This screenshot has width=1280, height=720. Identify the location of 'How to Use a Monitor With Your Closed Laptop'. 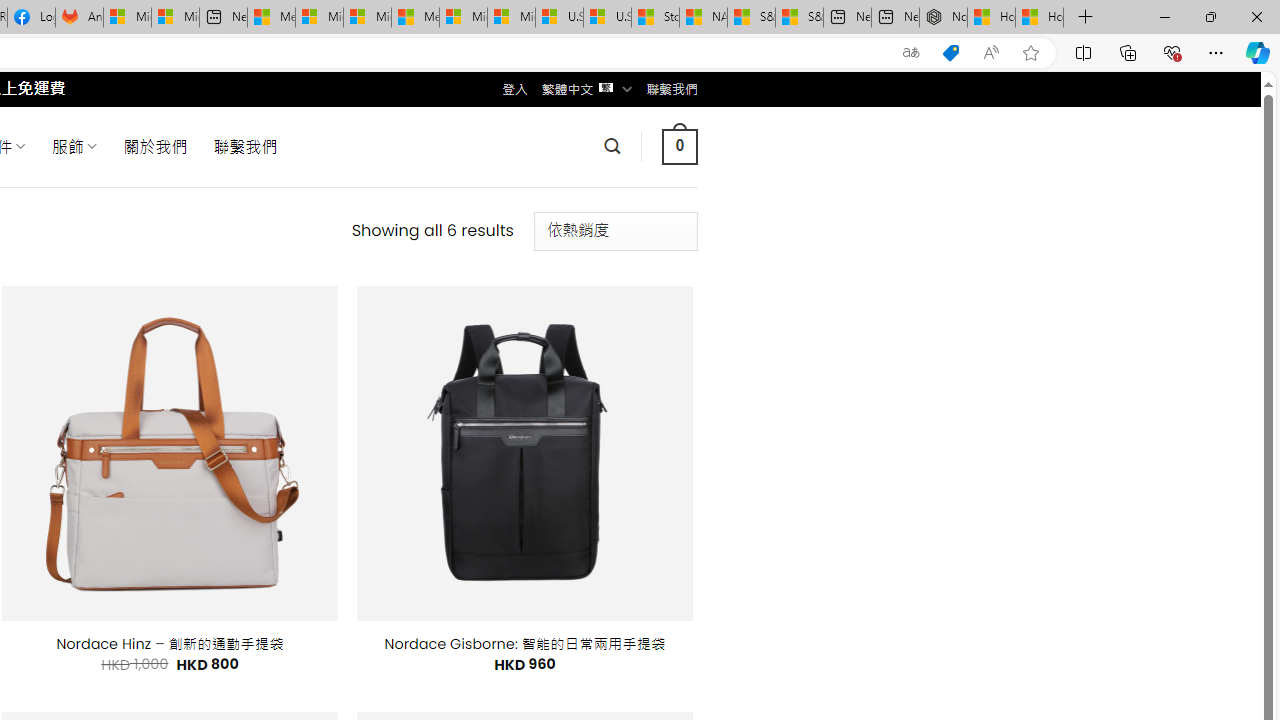
(1040, 17).